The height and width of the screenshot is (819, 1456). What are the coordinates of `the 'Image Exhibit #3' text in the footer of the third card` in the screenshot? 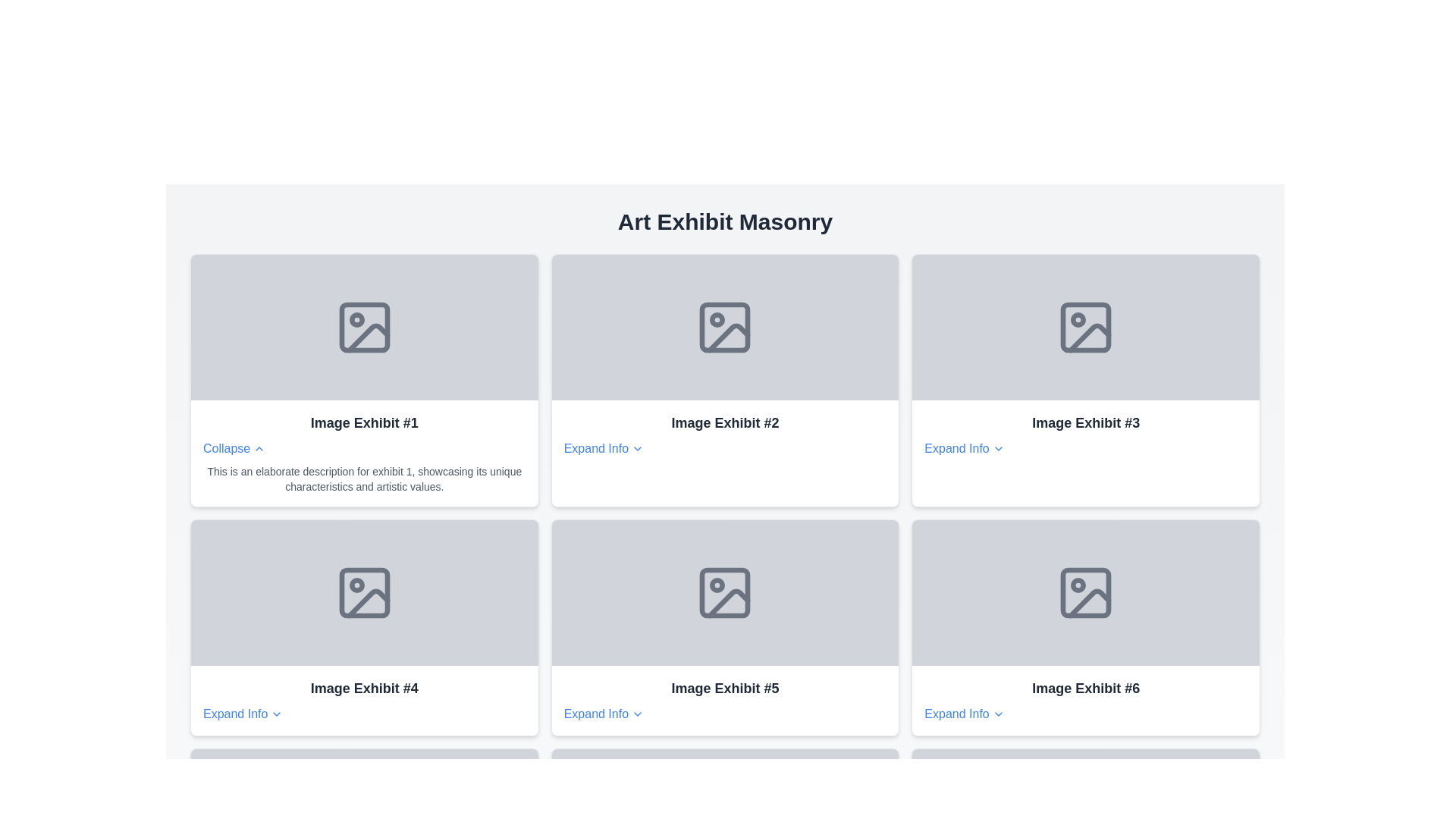 It's located at (1085, 435).